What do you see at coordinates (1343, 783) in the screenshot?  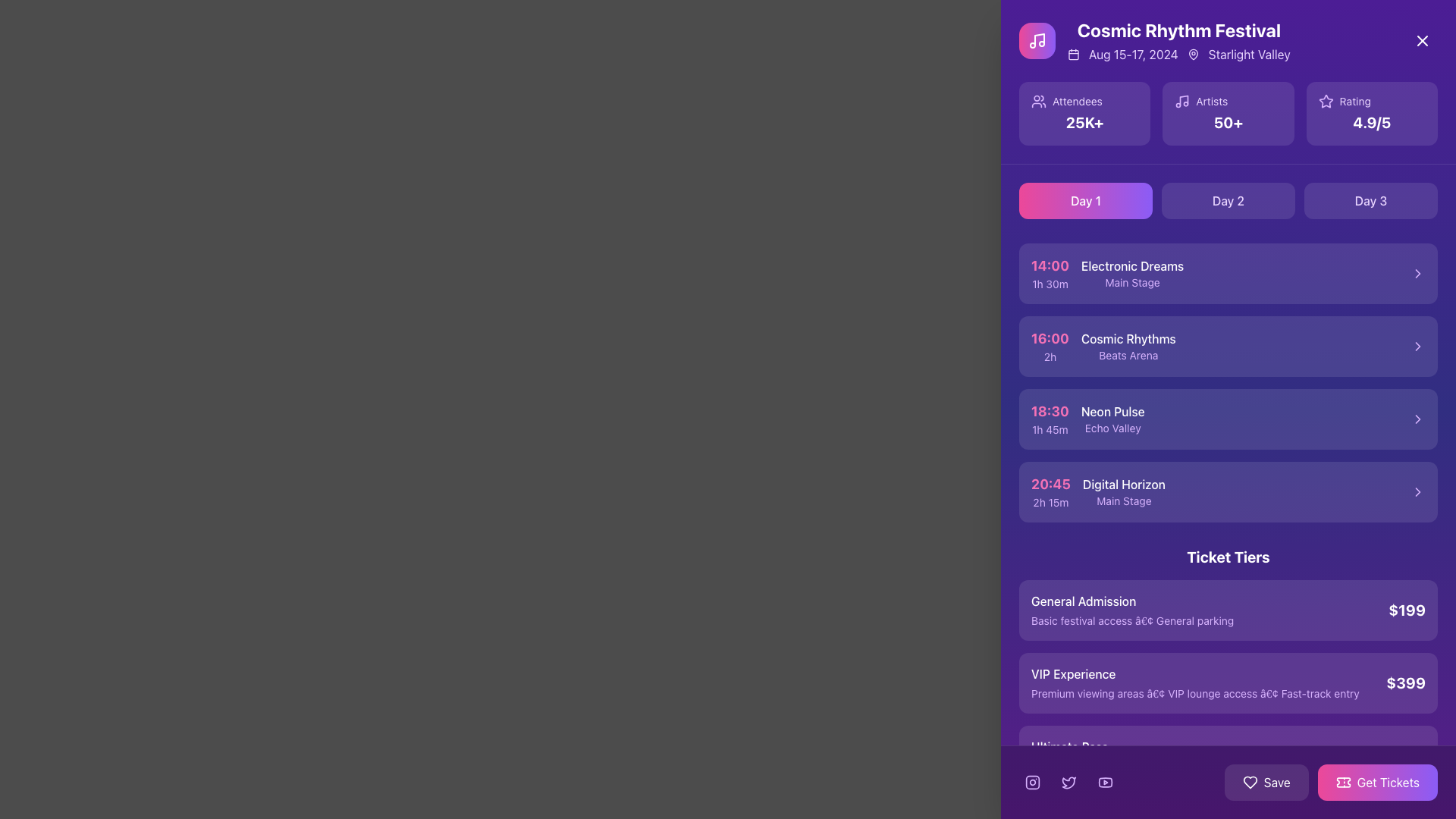 I see `the ticket icon in the 'Get Tickets' button located in the bottom-right corner of the application interface` at bounding box center [1343, 783].